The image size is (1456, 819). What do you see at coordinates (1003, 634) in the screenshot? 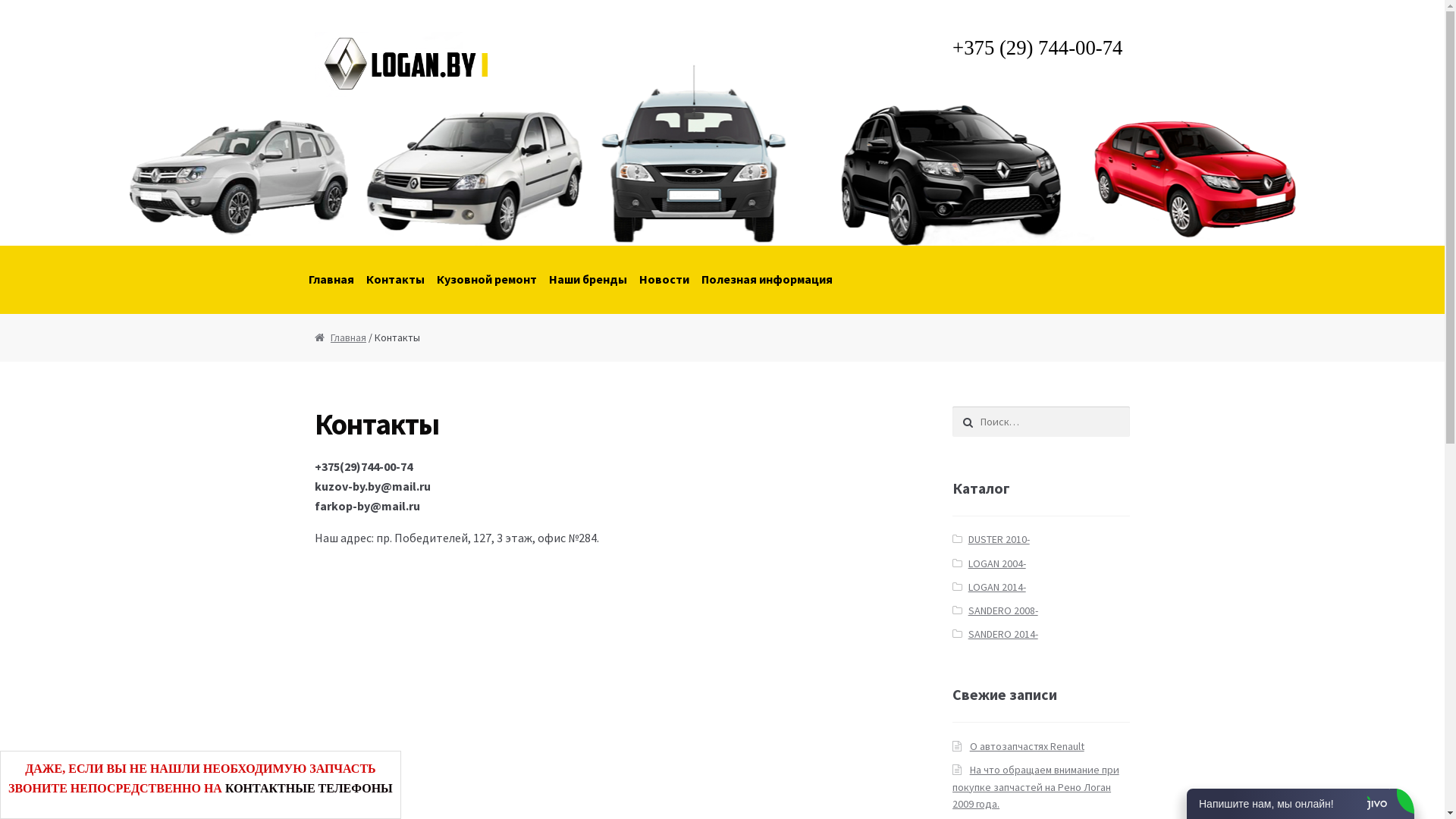
I see `'SANDERO 2014-'` at bounding box center [1003, 634].